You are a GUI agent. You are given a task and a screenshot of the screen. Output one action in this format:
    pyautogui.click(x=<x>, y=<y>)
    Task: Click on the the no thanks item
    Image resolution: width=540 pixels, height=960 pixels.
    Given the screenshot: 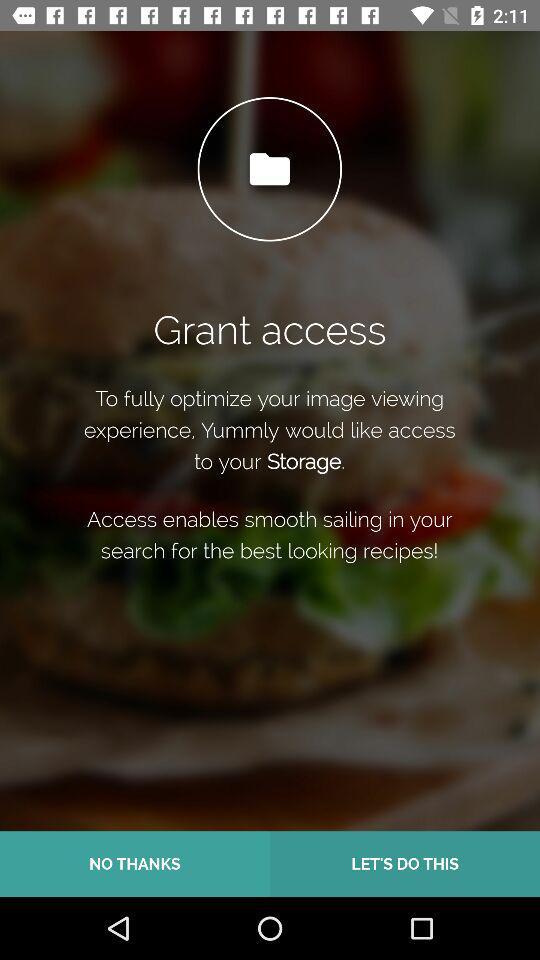 What is the action you would take?
    pyautogui.click(x=135, y=863)
    